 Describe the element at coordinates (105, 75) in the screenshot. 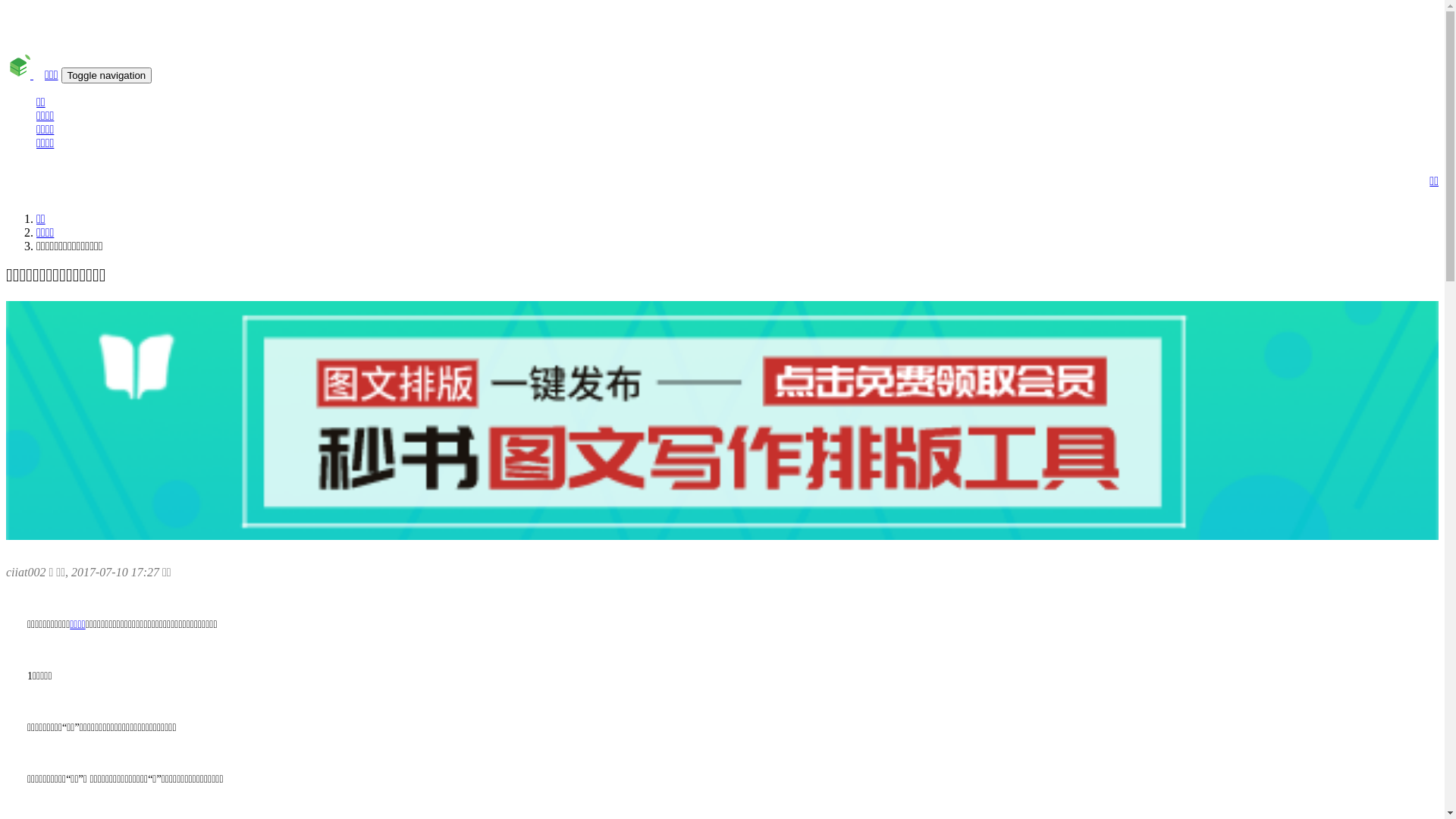

I see `'Toggle navigation'` at that location.